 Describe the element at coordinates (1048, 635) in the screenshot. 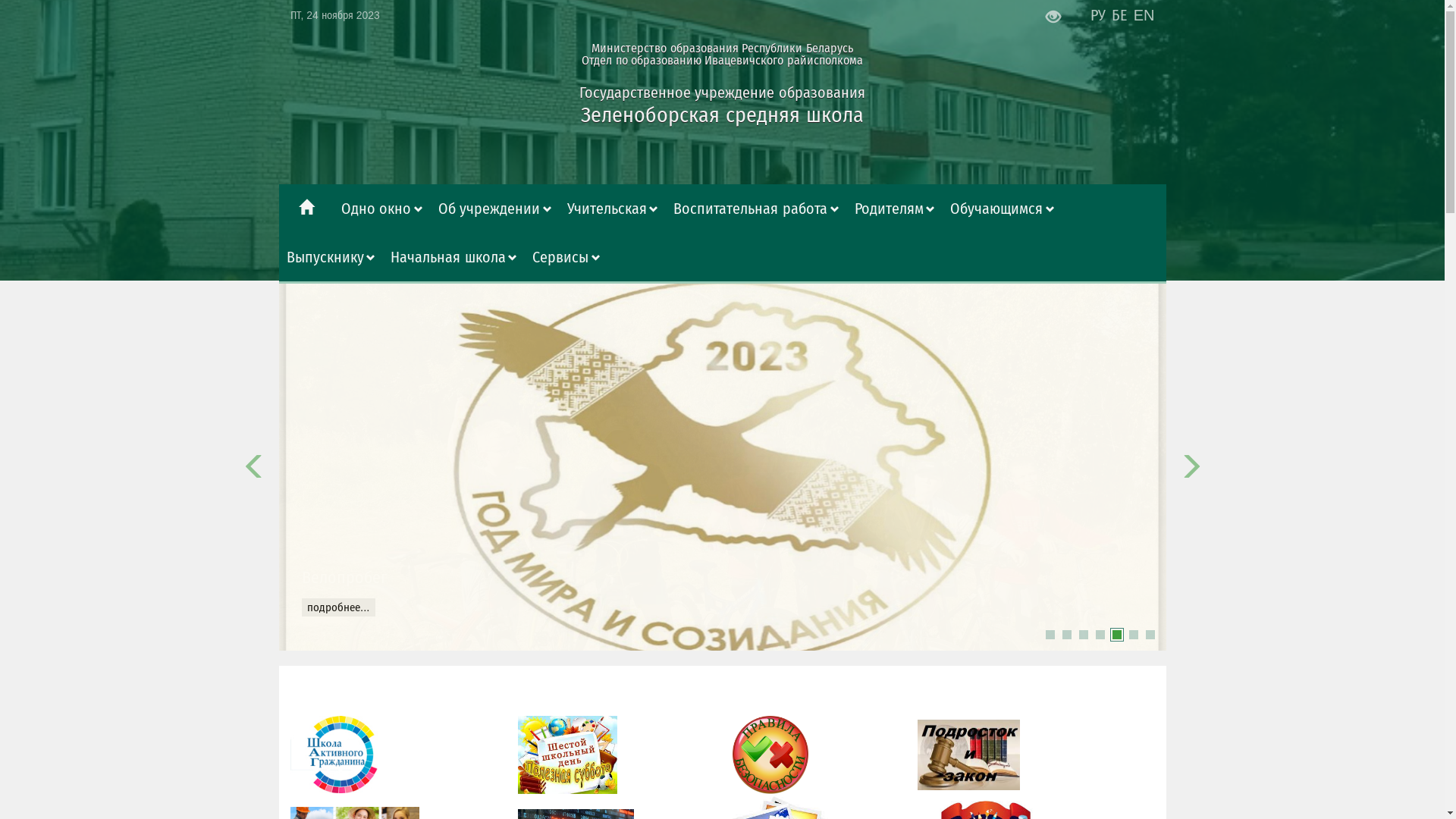

I see `'1'` at that location.